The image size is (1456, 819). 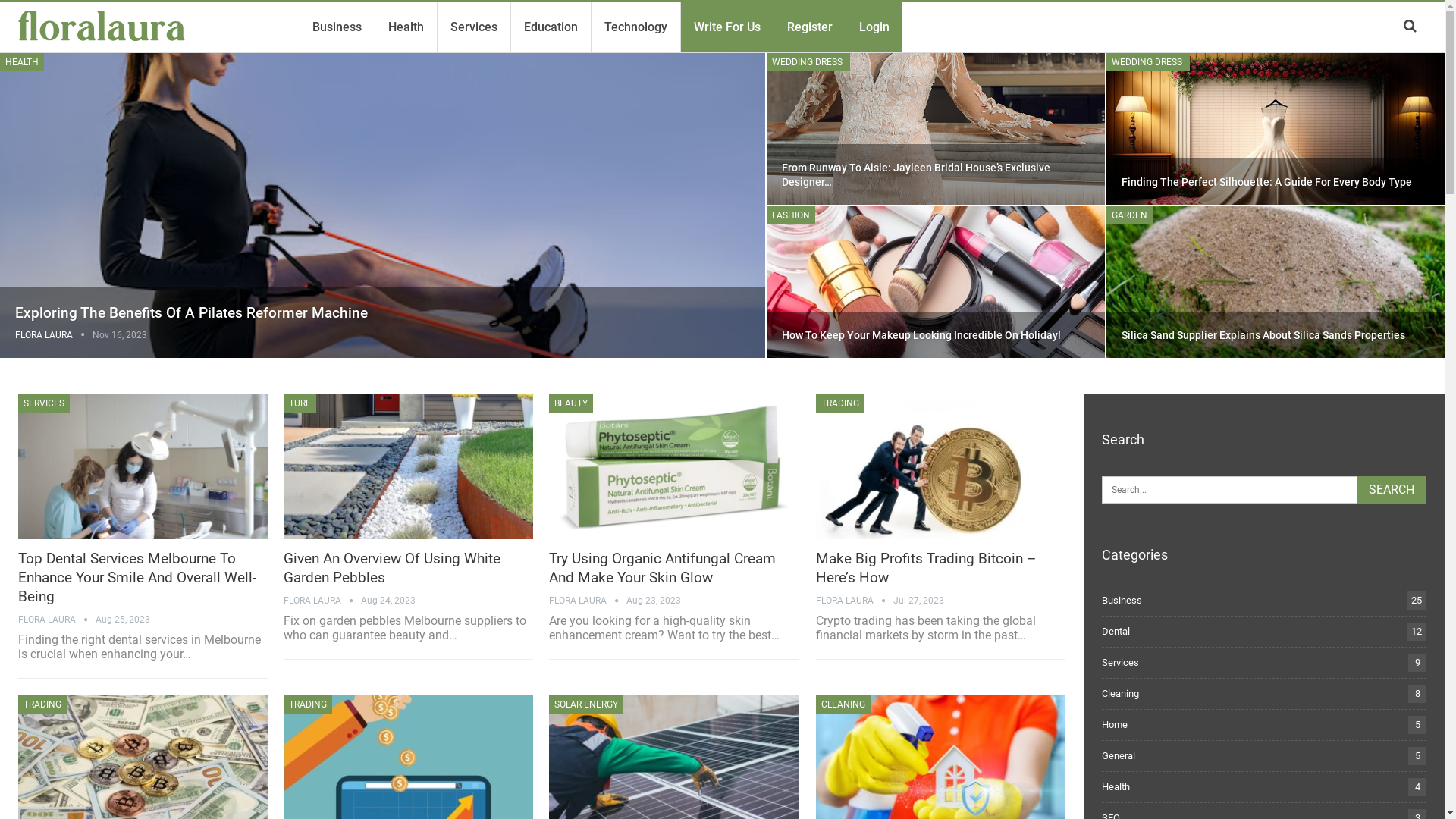 What do you see at coordinates (284, 704) in the screenshot?
I see `'TRADING'` at bounding box center [284, 704].